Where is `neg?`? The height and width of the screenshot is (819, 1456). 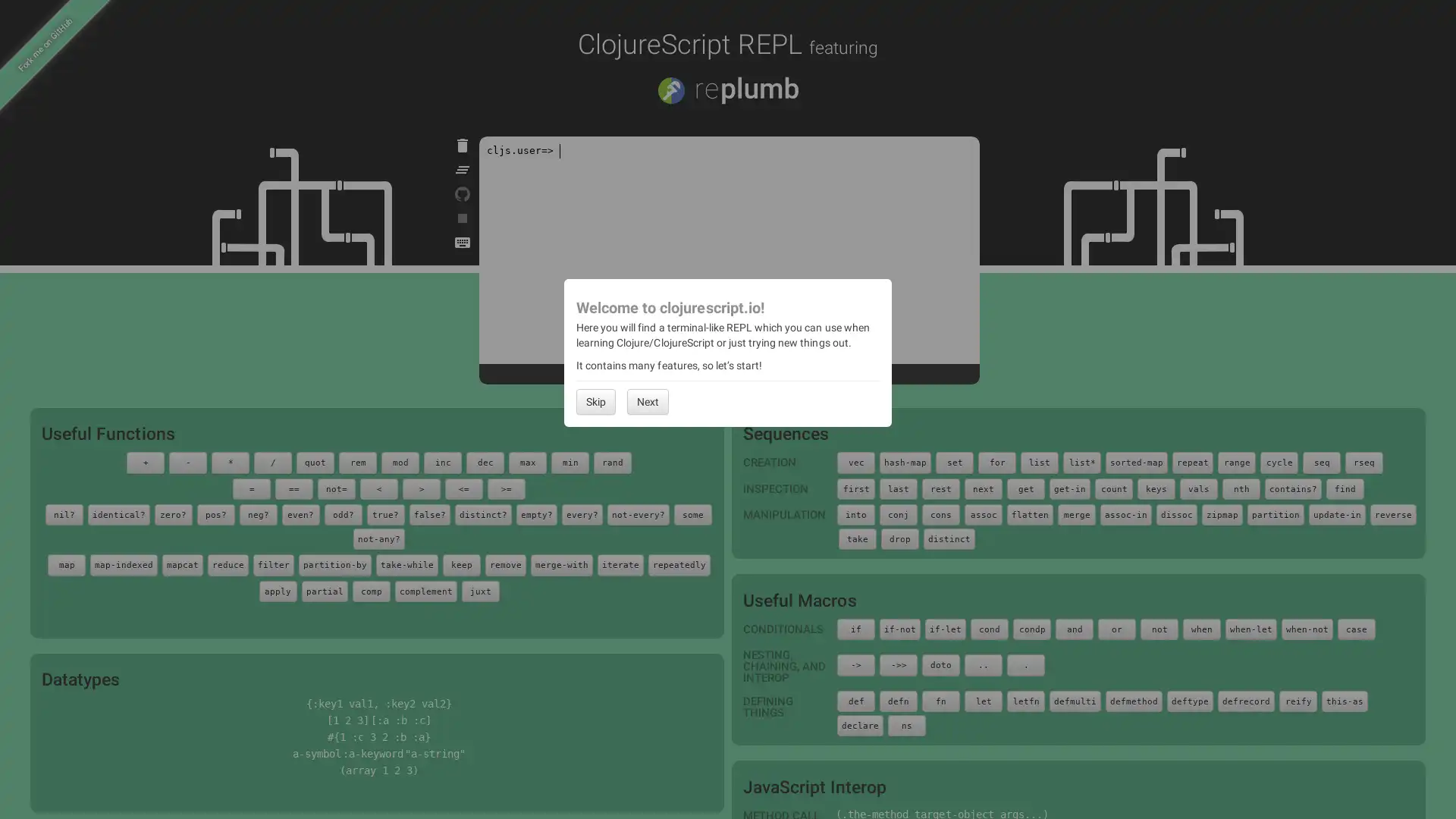
neg? is located at coordinates (258, 513).